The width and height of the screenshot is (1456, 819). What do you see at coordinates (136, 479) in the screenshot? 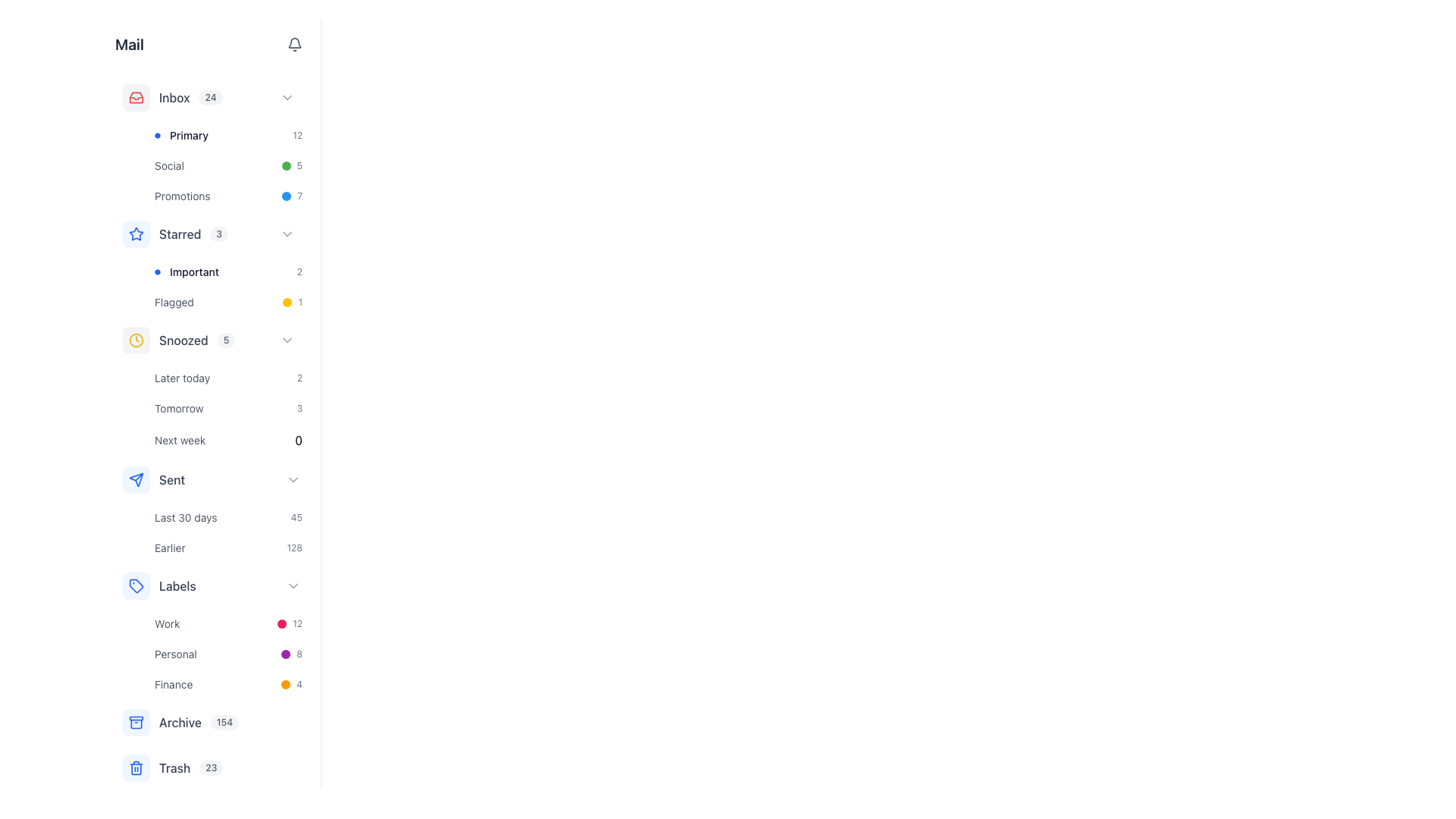
I see `the small triangular icon with a blue border and white background, which represents the 'Sent' menu item in the navigation panel` at bounding box center [136, 479].